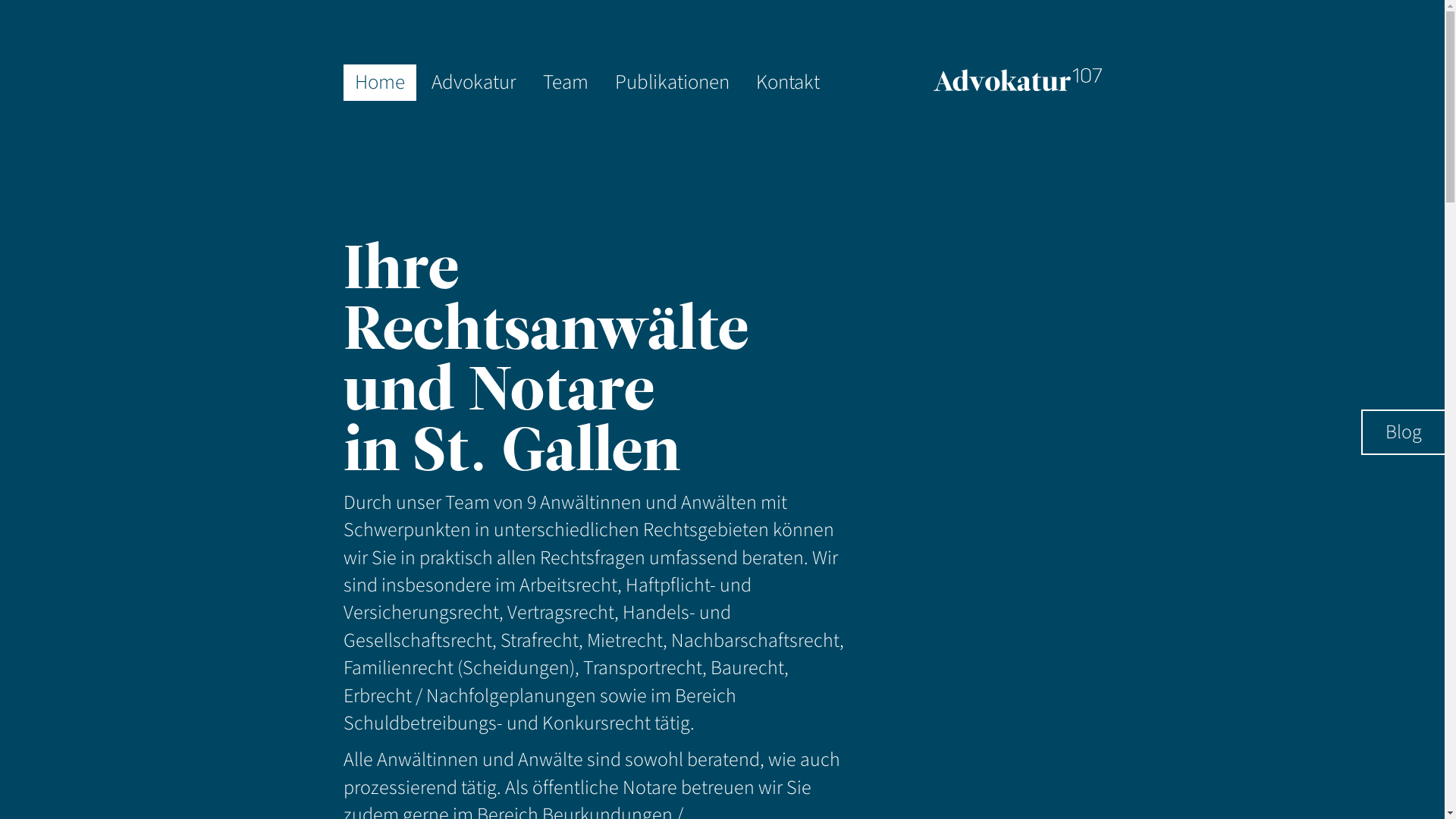 Image resolution: width=1456 pixels, height=819 pixels. I want to click on 'Blog', so click(1403, 432).